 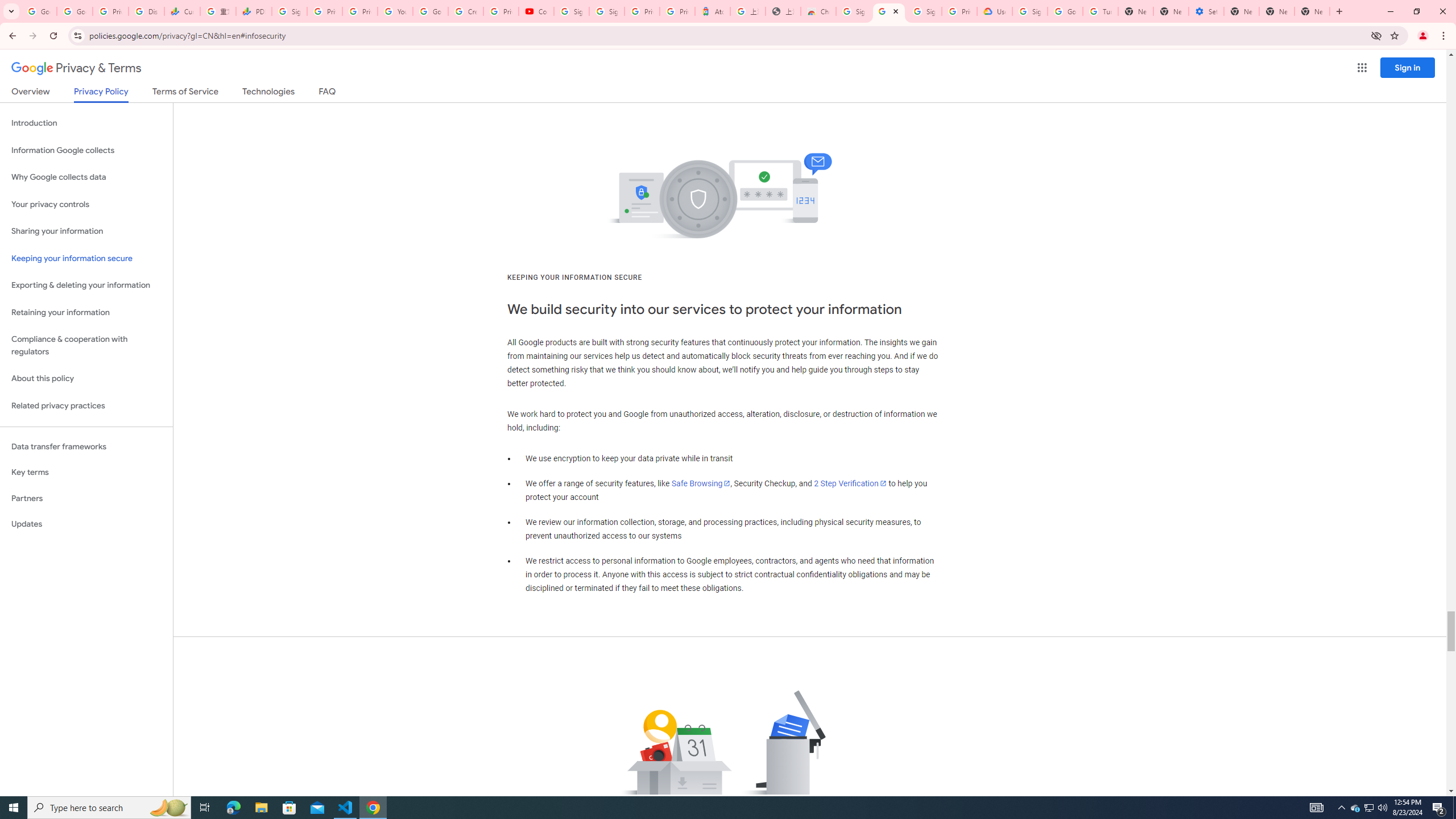 I want to click on 'Turn cookies on or off - Computer - Google Account Help', so click(x=1099, y=11).